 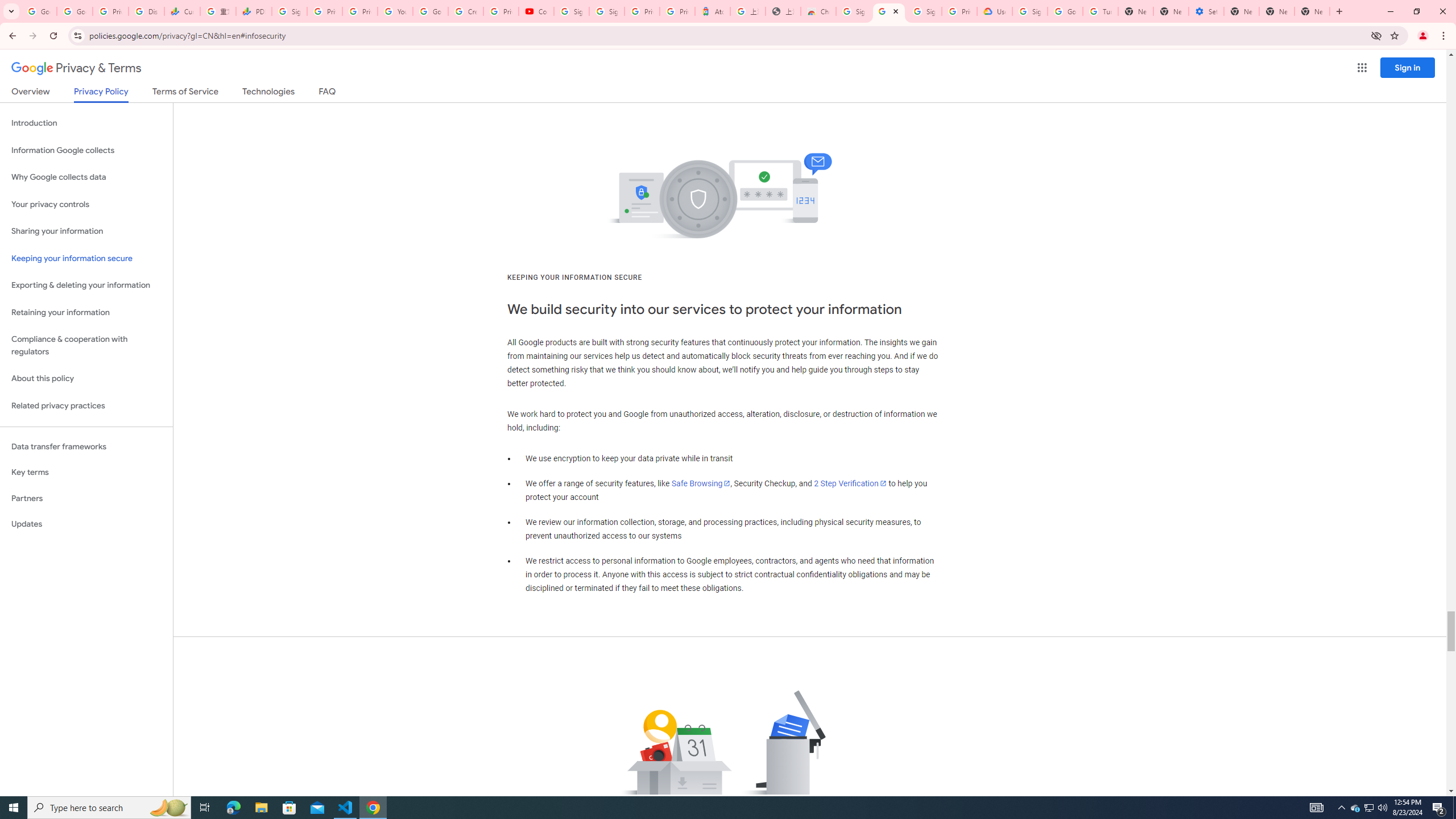 I want to click on 'Turn cookies on or off - Computer - Google Account Help', so click(x=1099, y=11).